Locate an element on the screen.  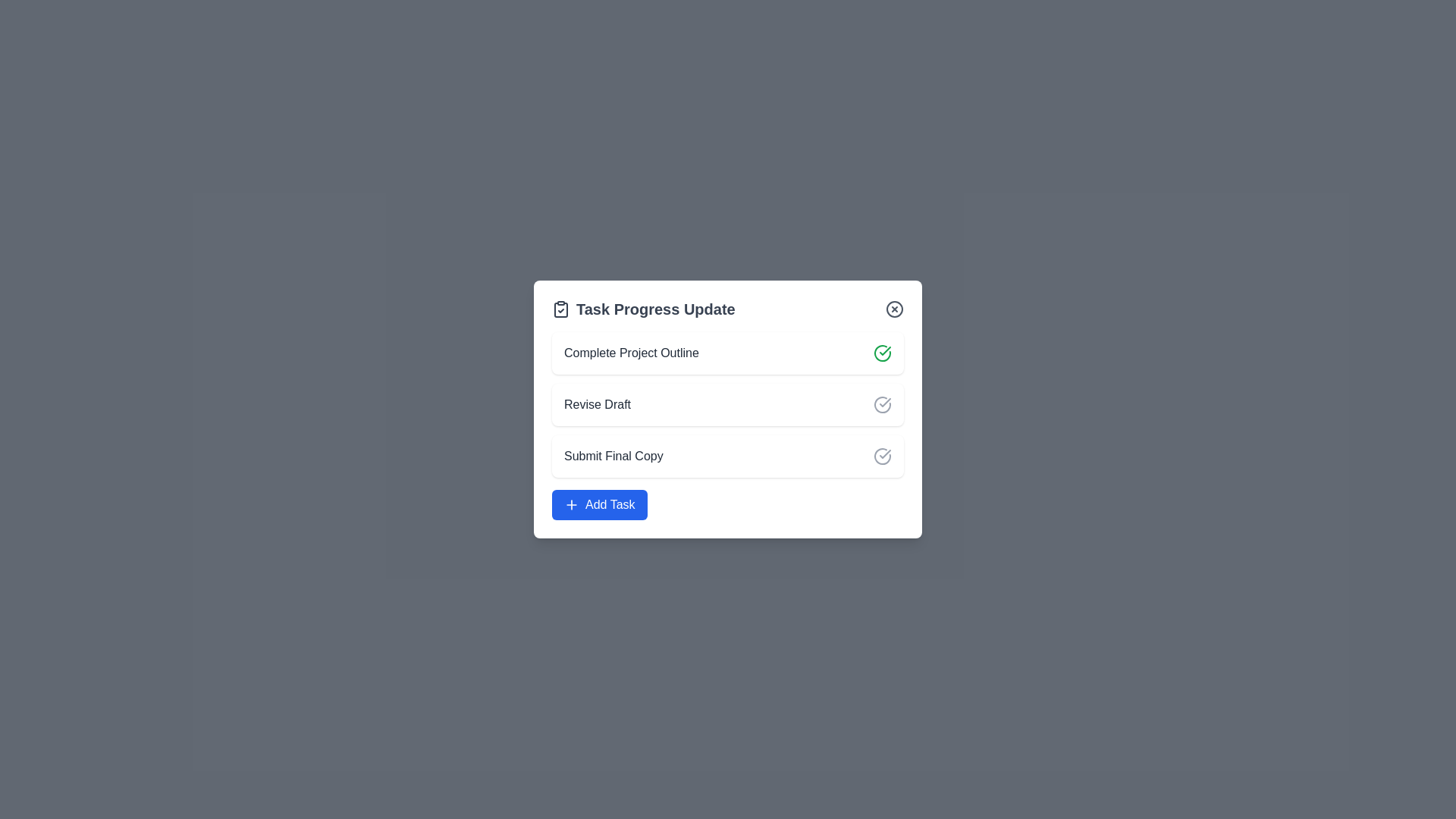
the Task item labeled 'Revise Draft' in the task list, which is the second item with a white background and rounded corners, positioned between 'Complete Project Outline' and 'Submit Final Copy' is located at coordinates (728, 403).